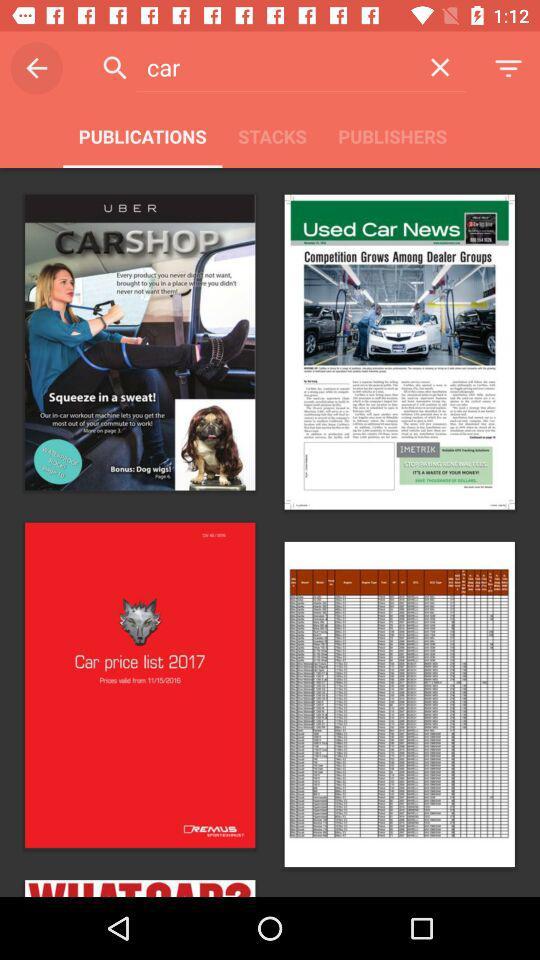  I want to click on the image of car price list 2017, so click(139, 685).